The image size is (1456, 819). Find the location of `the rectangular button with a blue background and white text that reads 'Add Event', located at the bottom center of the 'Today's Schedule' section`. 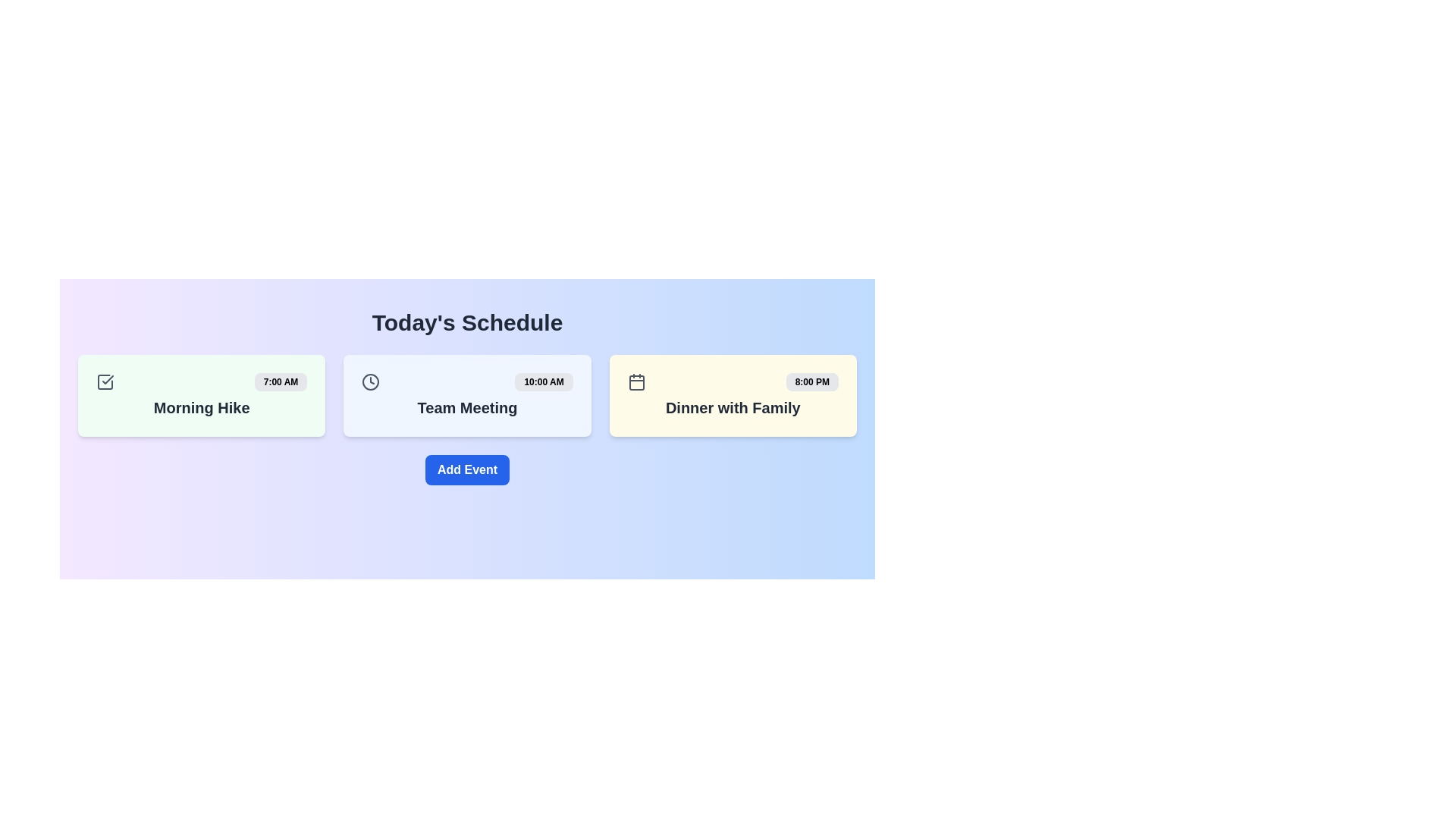

the rectangular button with a blue background and white text that reads 'Add Event', located at the bottom center of the 'Today's Schedule' section is located at coordinates (466, 469).